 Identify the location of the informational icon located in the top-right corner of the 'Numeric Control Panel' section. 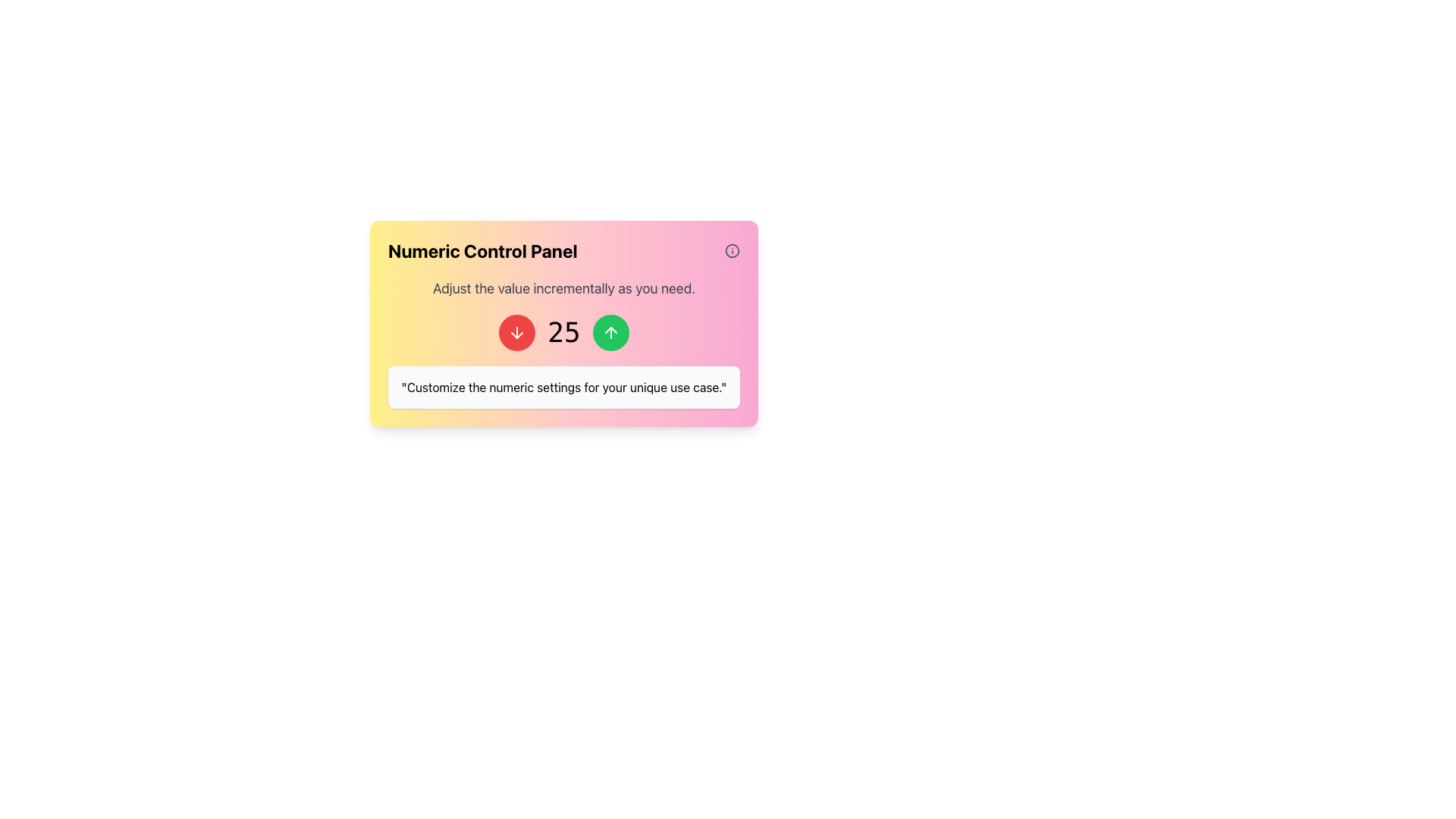
(732, 250).